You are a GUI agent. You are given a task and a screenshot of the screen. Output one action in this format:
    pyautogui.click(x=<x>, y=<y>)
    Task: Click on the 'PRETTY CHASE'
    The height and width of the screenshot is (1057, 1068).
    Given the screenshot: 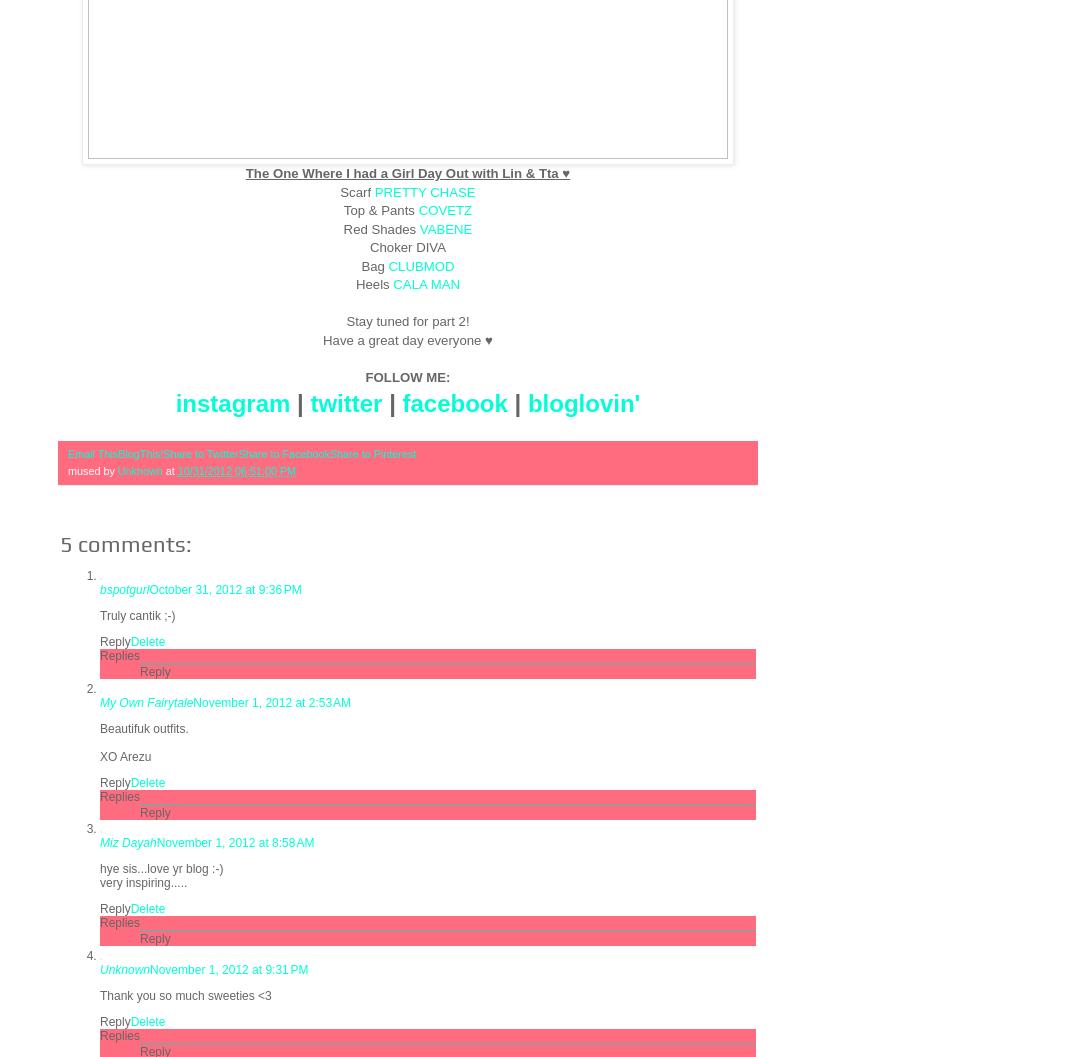 What is the action you would take?
    pyautogui.click(x=424, y=191)
    